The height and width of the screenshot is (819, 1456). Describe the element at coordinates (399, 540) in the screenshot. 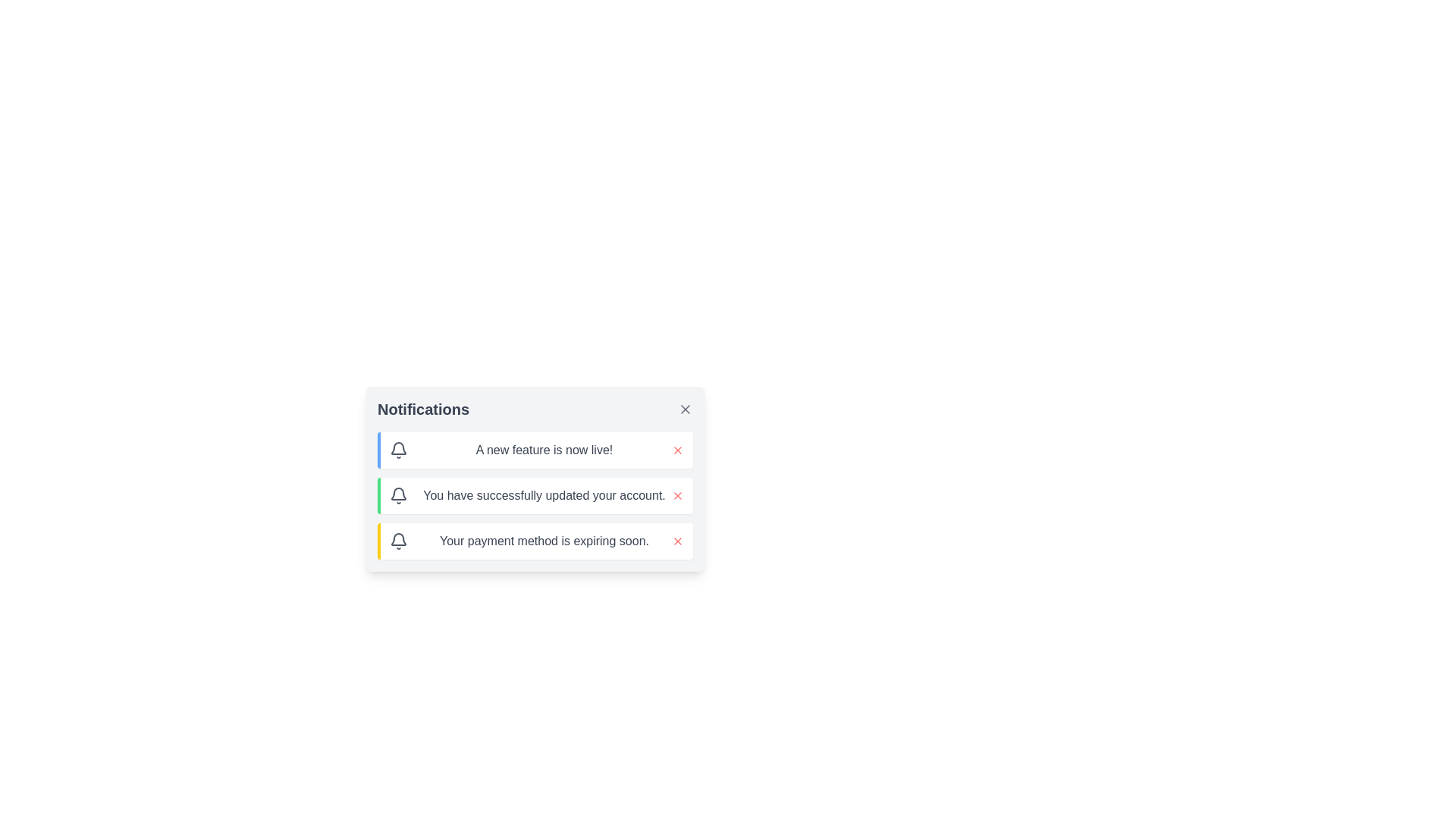

I see `the bell icon located to the left of the text 'Your payment method is expiring soon' in the notification list` at that location.